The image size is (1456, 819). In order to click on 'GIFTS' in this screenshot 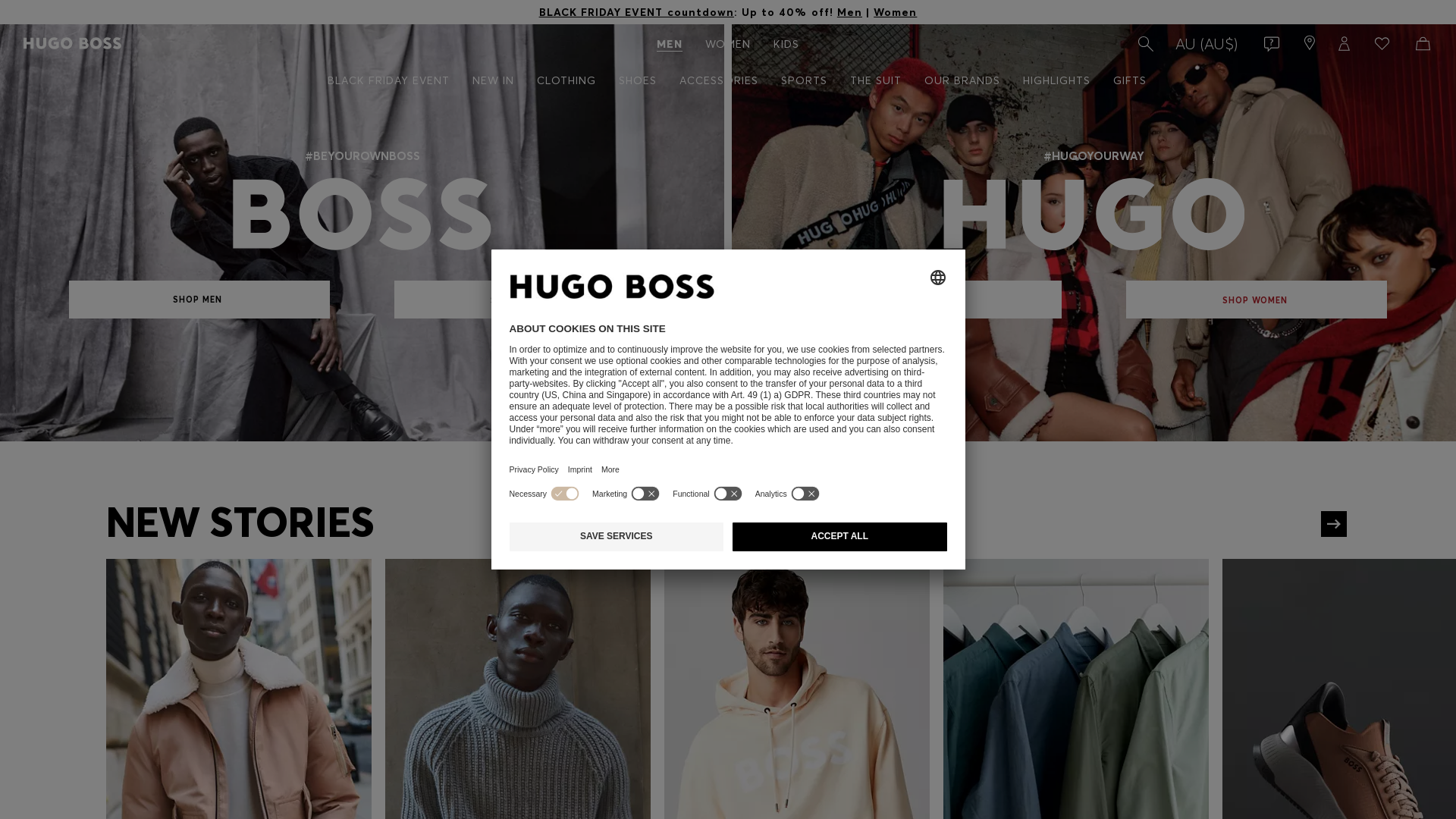, I will do `click(1128, 80)`.